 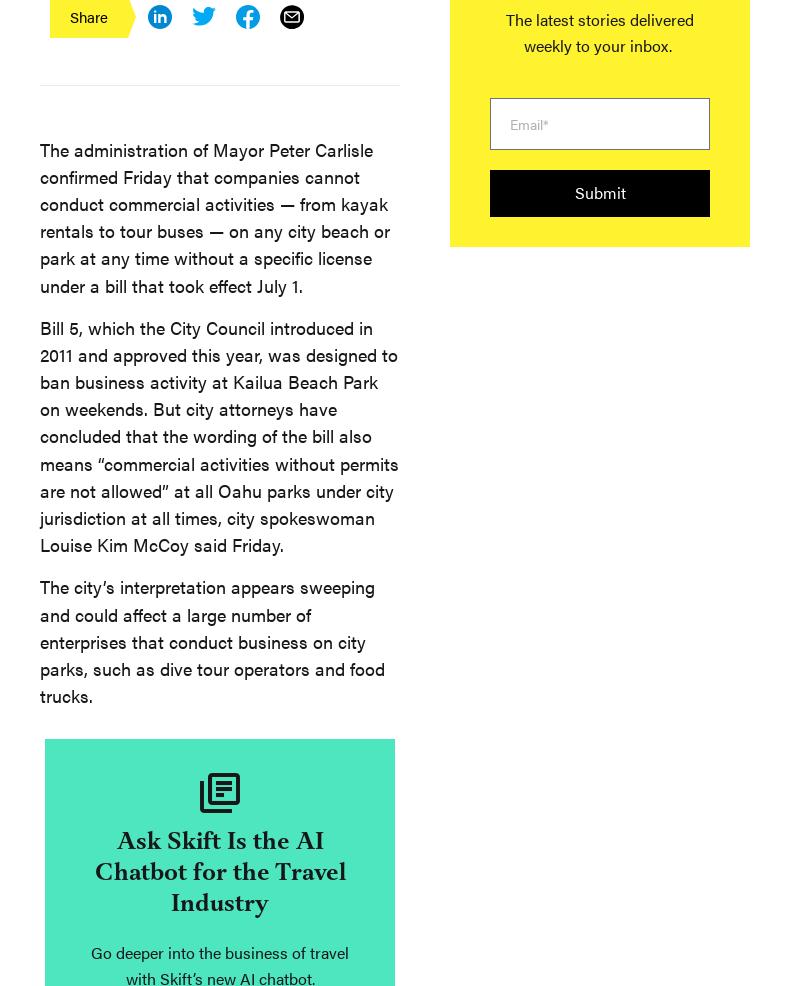 What do you see at coordinates (237, 432) in the screenshot?
I see `'Q&A: IAG Loyalty CEO on the New Age of Customer Loyalty'` at bounding box center [237, 432].